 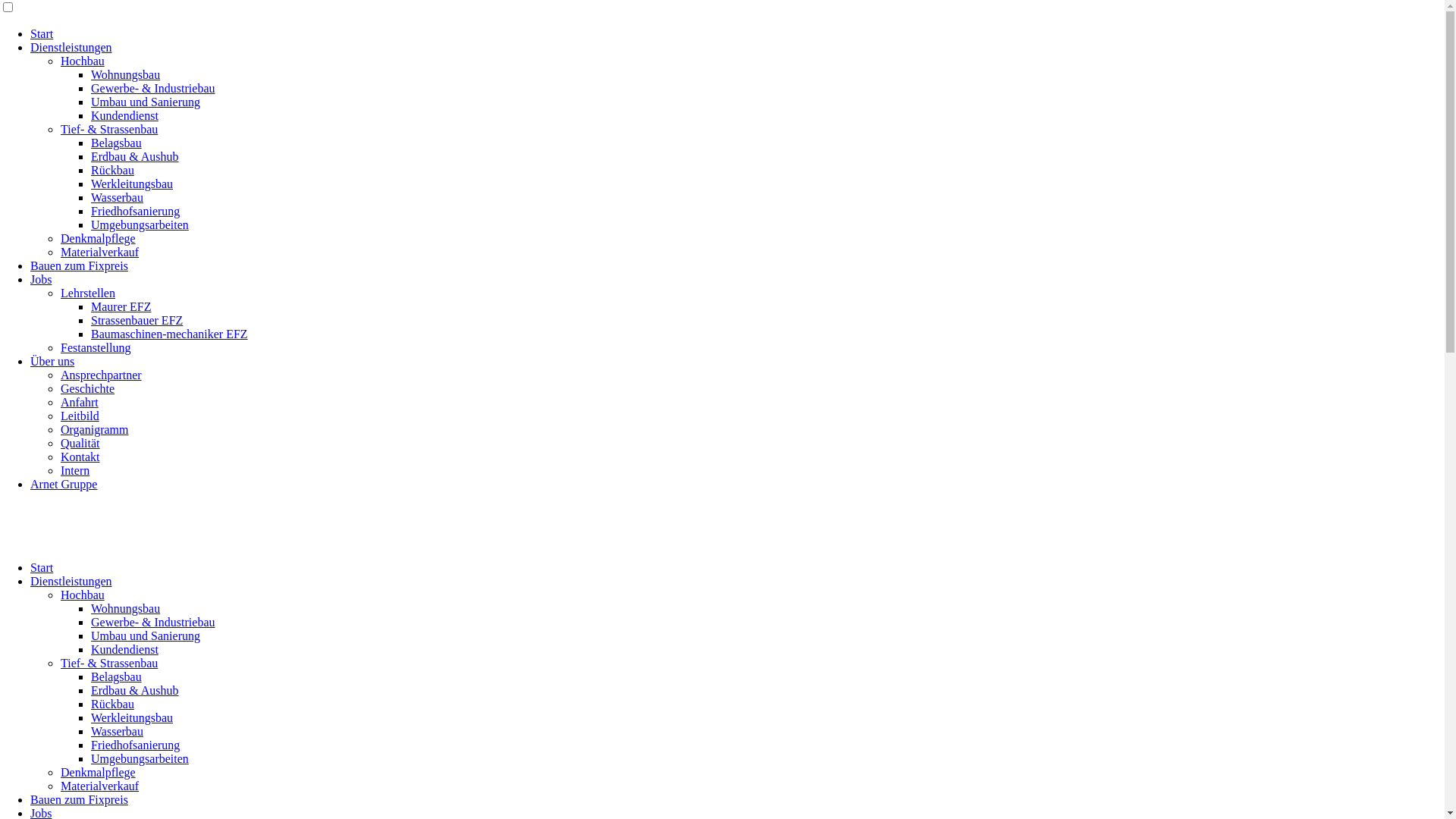 What do you see at coordinates (86, 293) in the screenshot?
I see `'Lehrstellen'` at bounding box center [86, 293].